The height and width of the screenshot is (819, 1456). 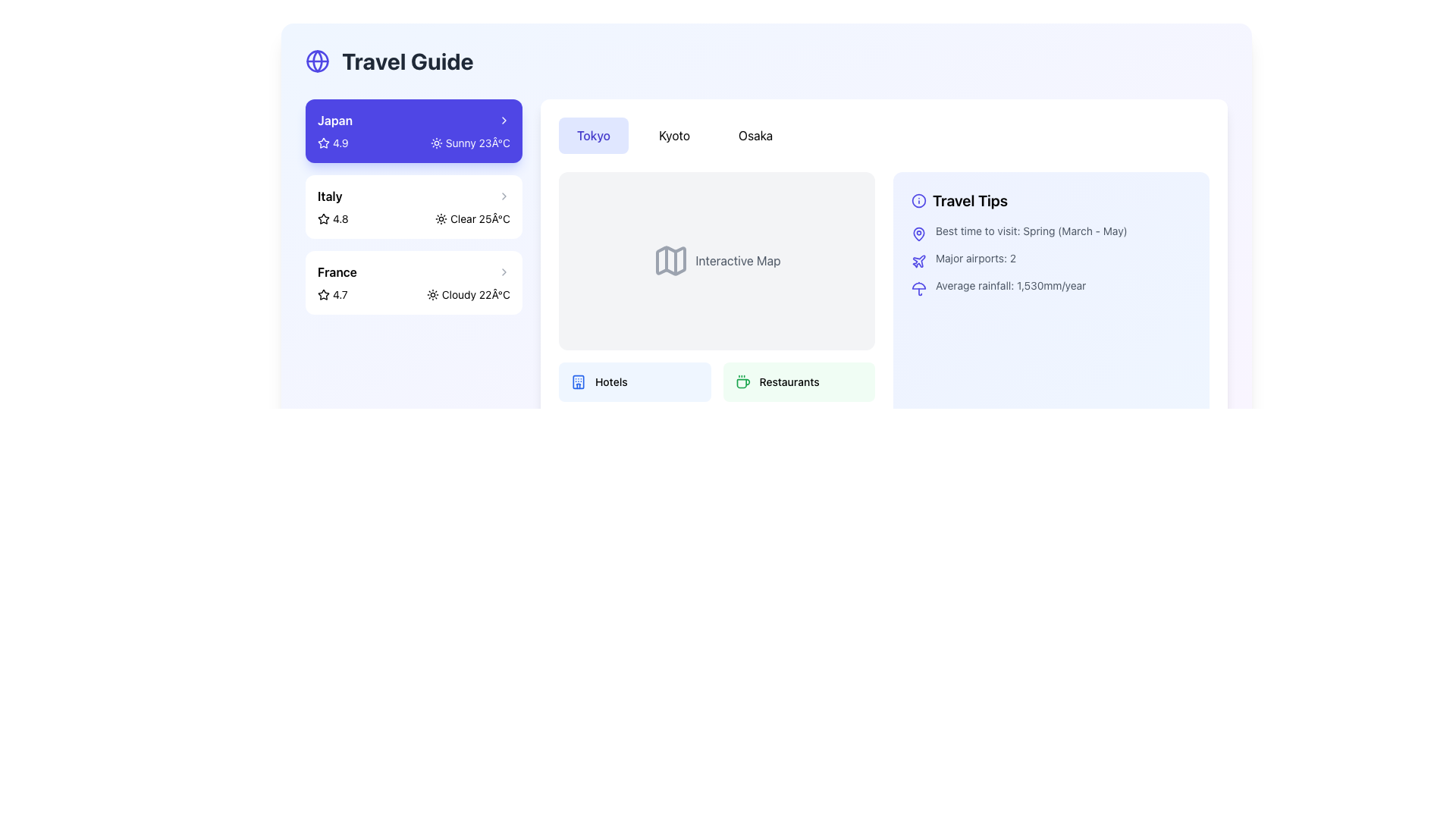 I want to click on the text label displaying 'Major airports: 2' in the travel tips section, which is aligned horizontally with an airplane icon, so click(x=976, y=257).